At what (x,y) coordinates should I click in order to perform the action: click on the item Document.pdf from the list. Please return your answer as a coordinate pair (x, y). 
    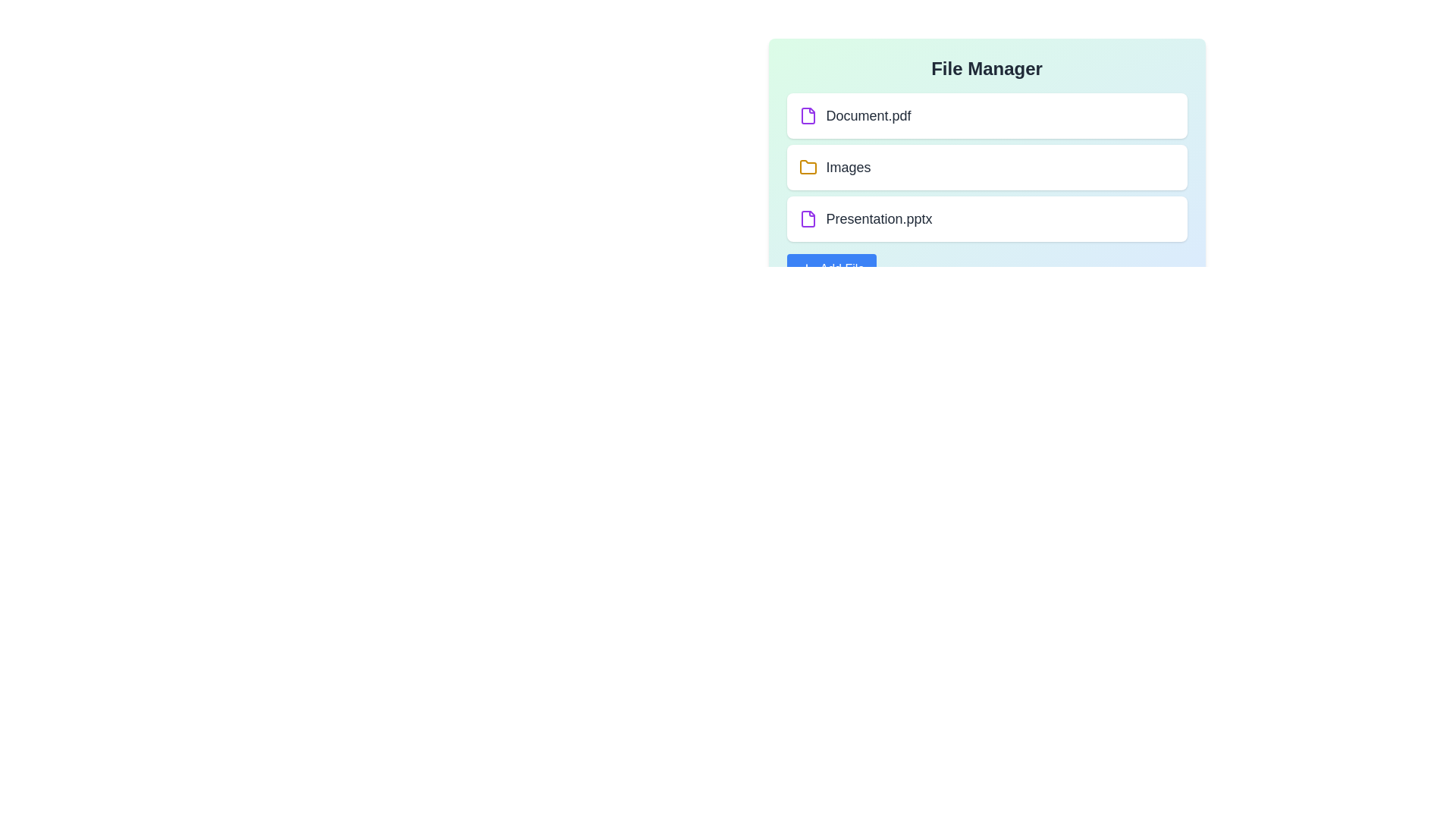
    Looking at the image, I should click on (987, 115).